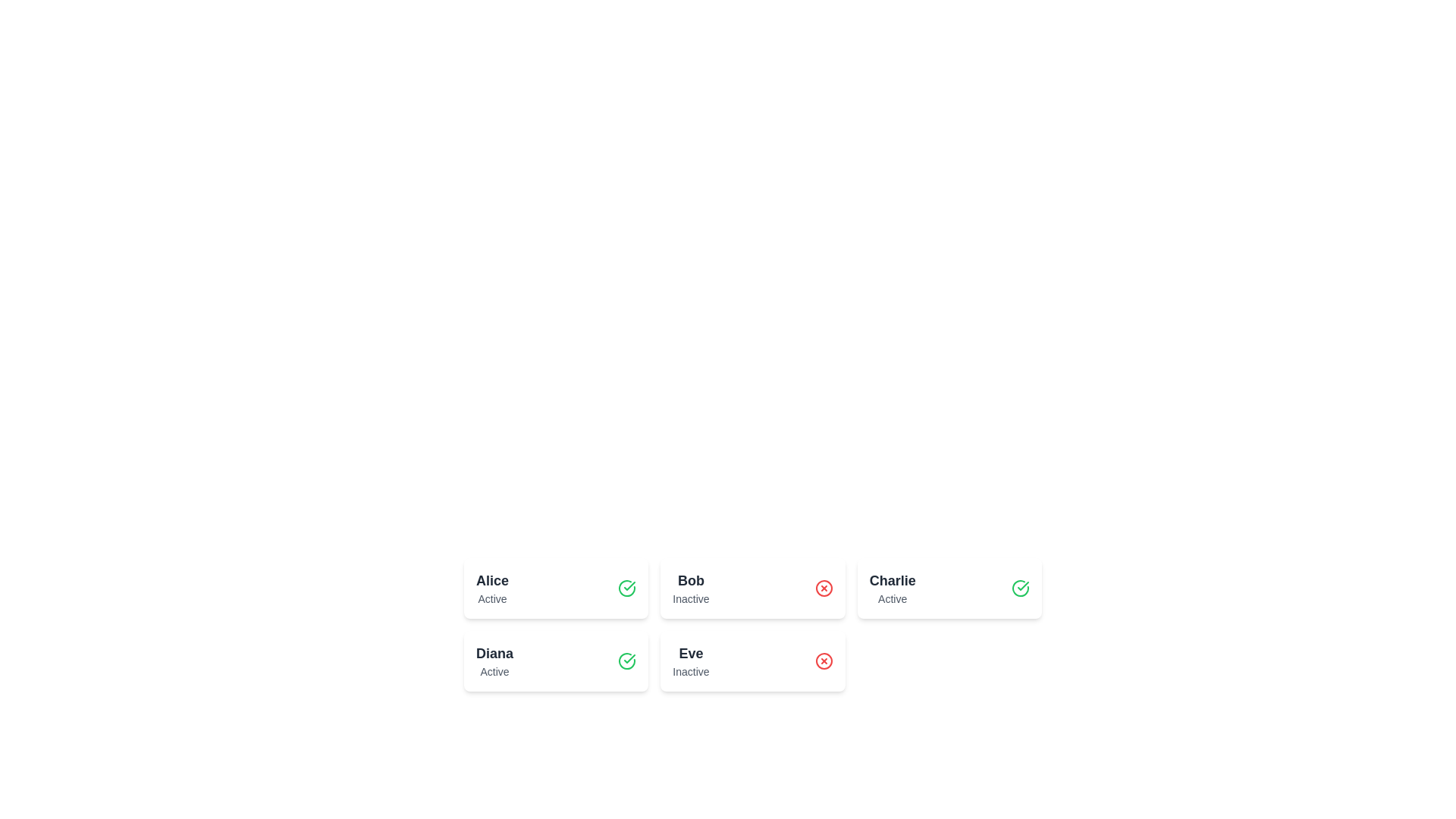 The height and width of the screenshot is (819, 1456). I want to click on the composite text component that indicates the named entity 'Bob' with status 'Inactive', located as the third card in a row of similar cards, so click(690, 587).